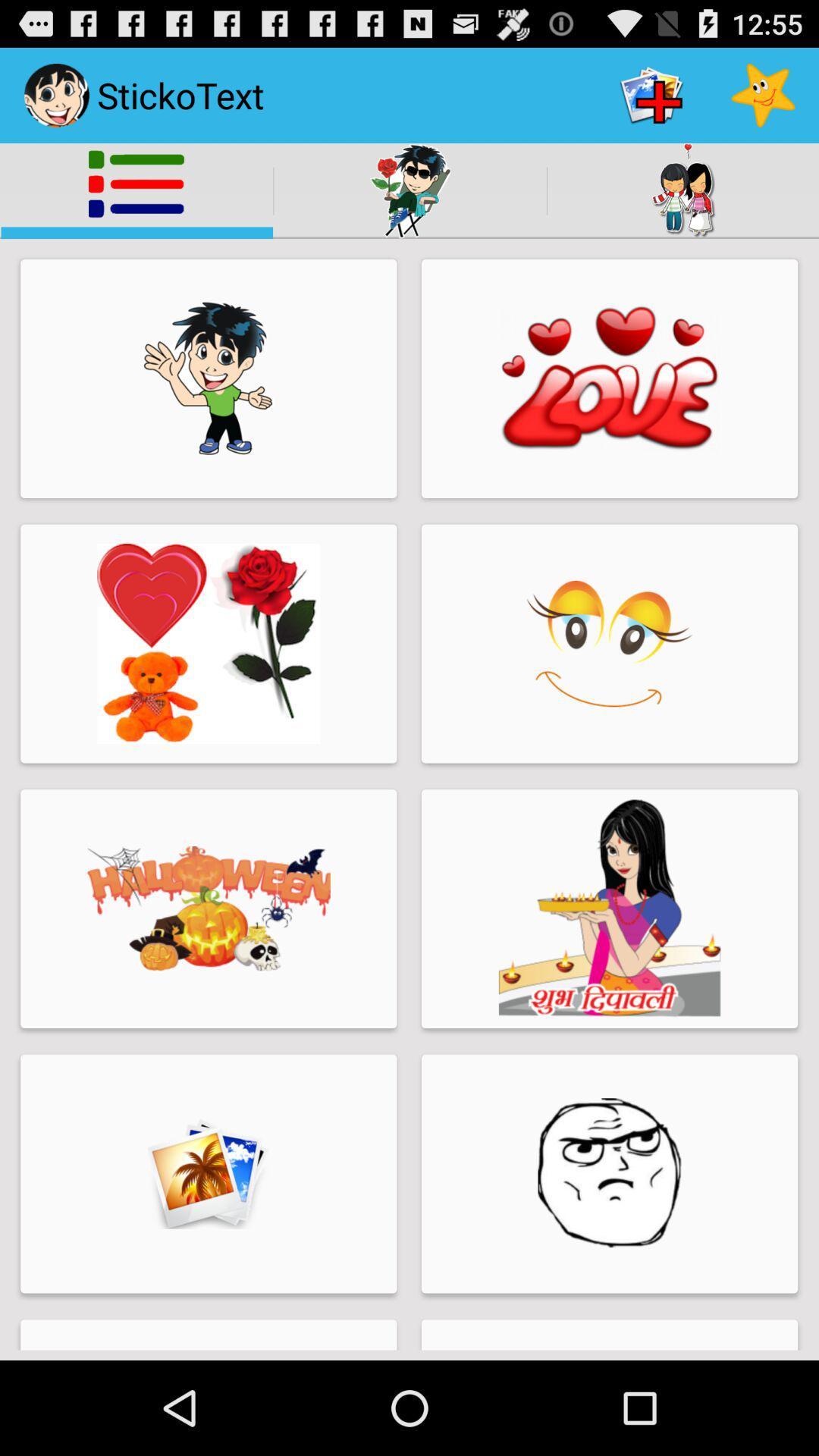 This screenshot has height=1456, width=819. What do you see at coordinates (608, 378) in the screenshot?
I see `the love image with 4 heart emojis above it` at bounding box center [608, 378].